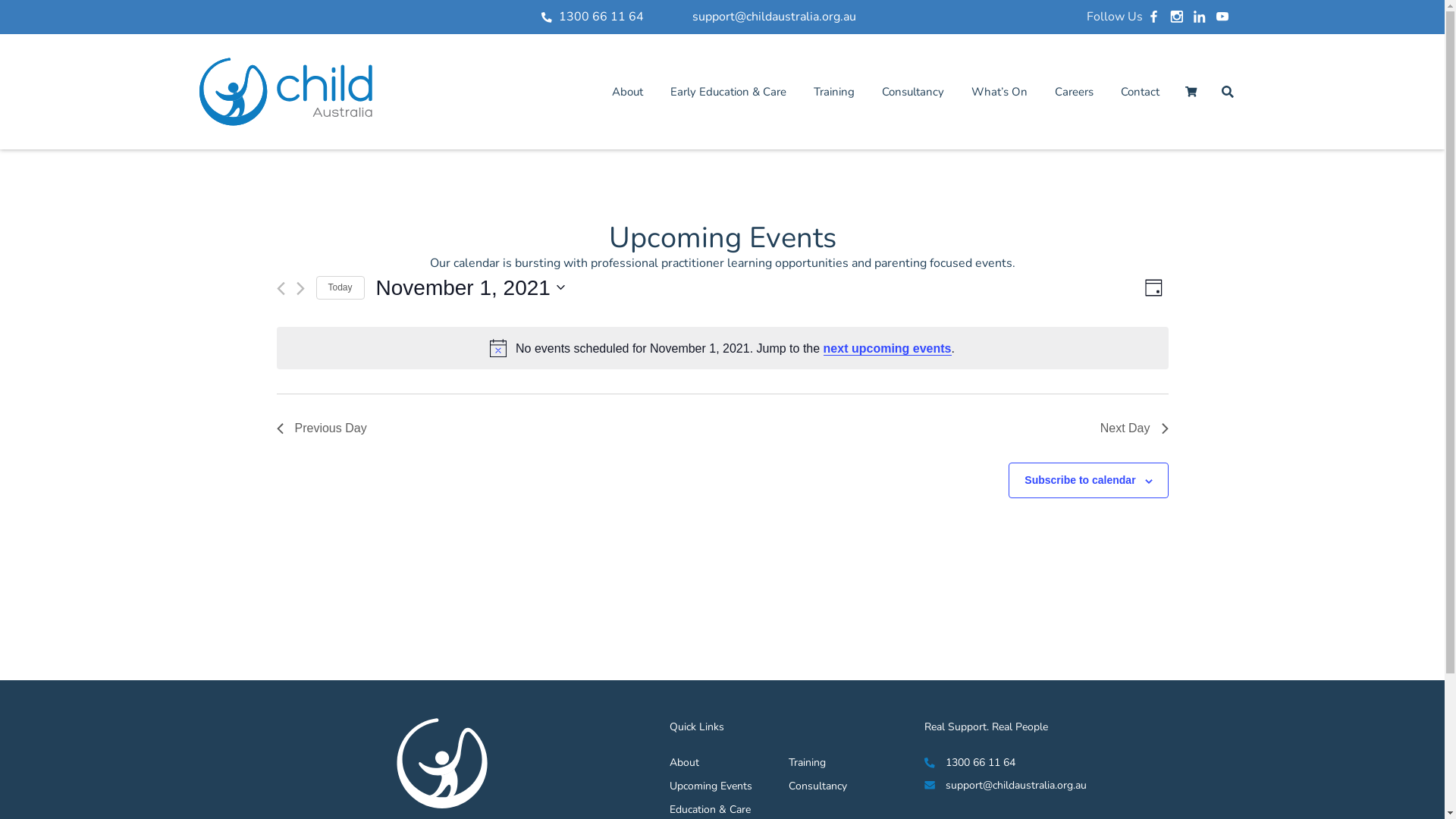  I want to click on 'Day', so click(1153, 287).